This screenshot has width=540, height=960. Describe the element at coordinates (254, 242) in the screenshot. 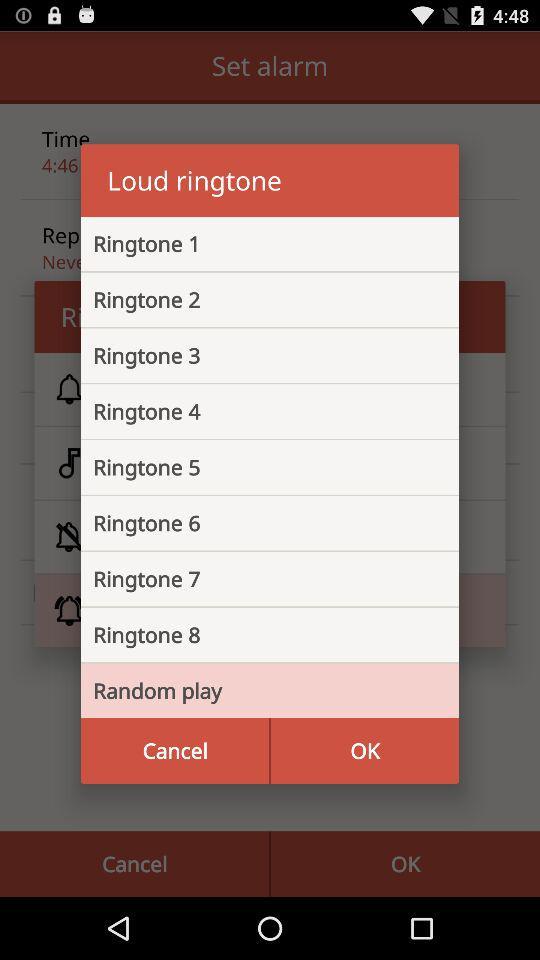

I see `app below loud ringtone item` at that location.